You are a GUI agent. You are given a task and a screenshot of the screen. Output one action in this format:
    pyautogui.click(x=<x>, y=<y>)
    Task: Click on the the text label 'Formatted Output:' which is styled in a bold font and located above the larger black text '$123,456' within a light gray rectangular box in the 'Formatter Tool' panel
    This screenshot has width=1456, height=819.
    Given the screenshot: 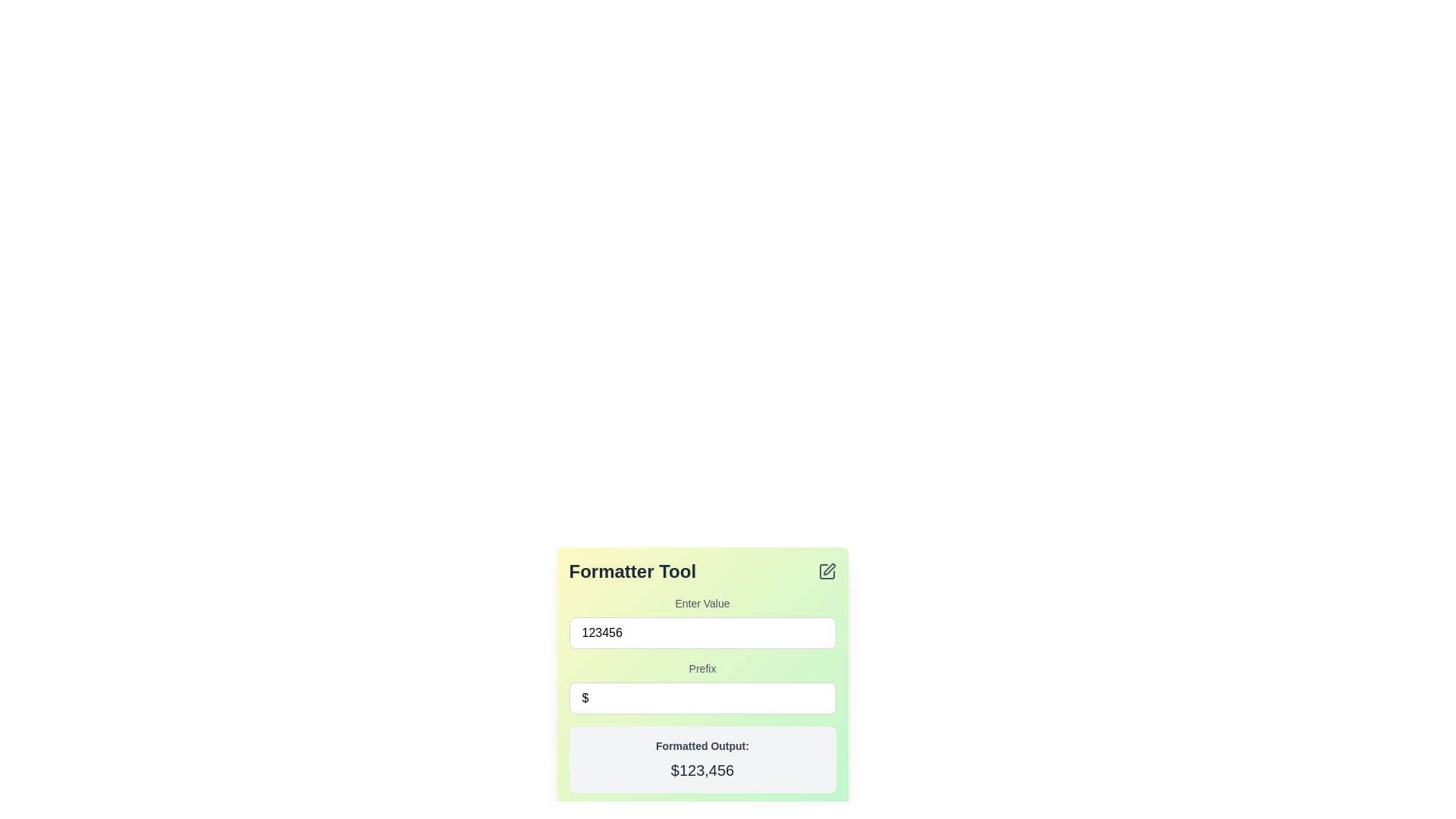 What is the action you would take?
    pyautogui.click(x=701, y=745)
    